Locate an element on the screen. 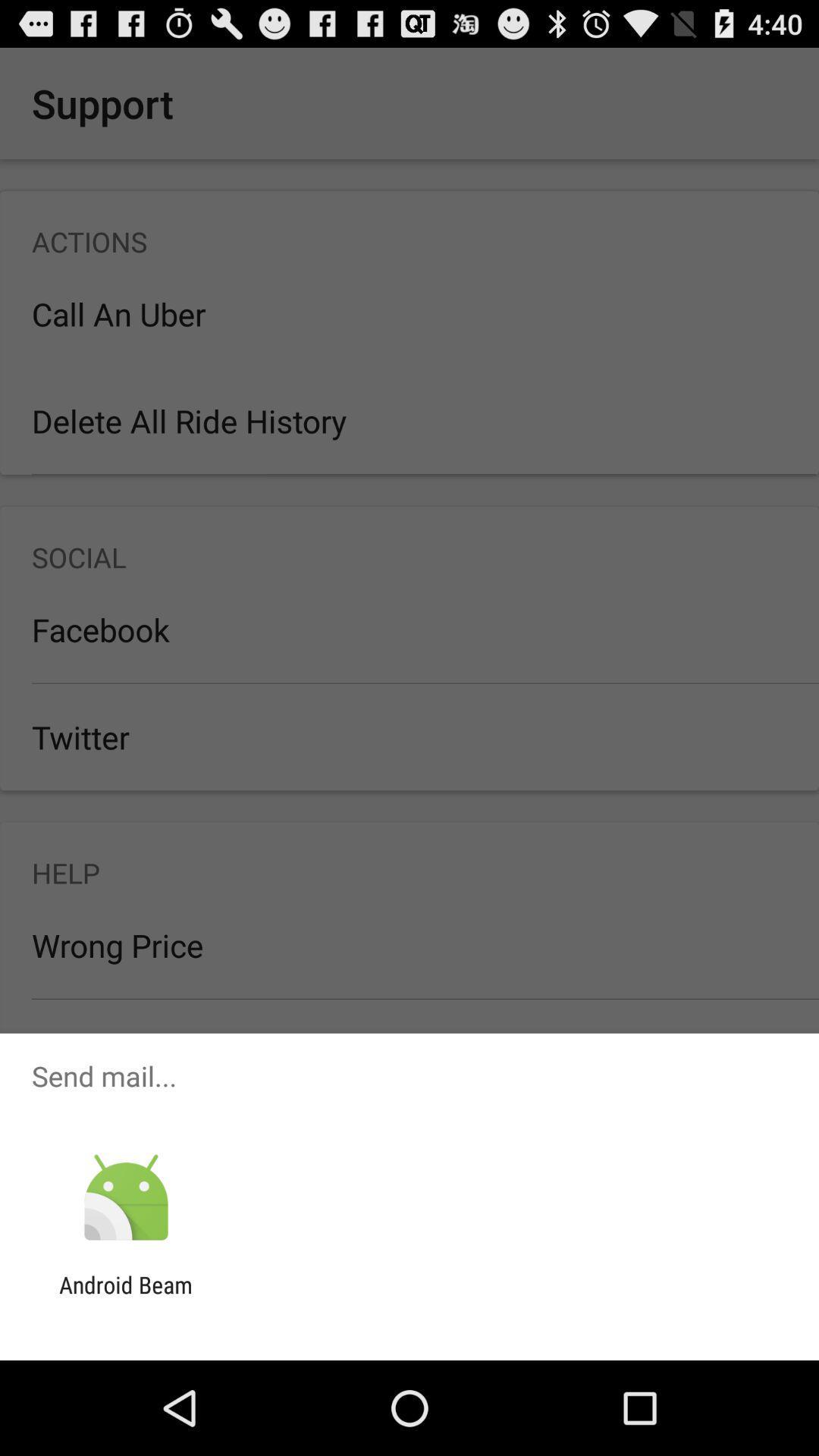 This screenshot has width=819, height=1456. app above android beam icon is located at coordinates (125, 1197).